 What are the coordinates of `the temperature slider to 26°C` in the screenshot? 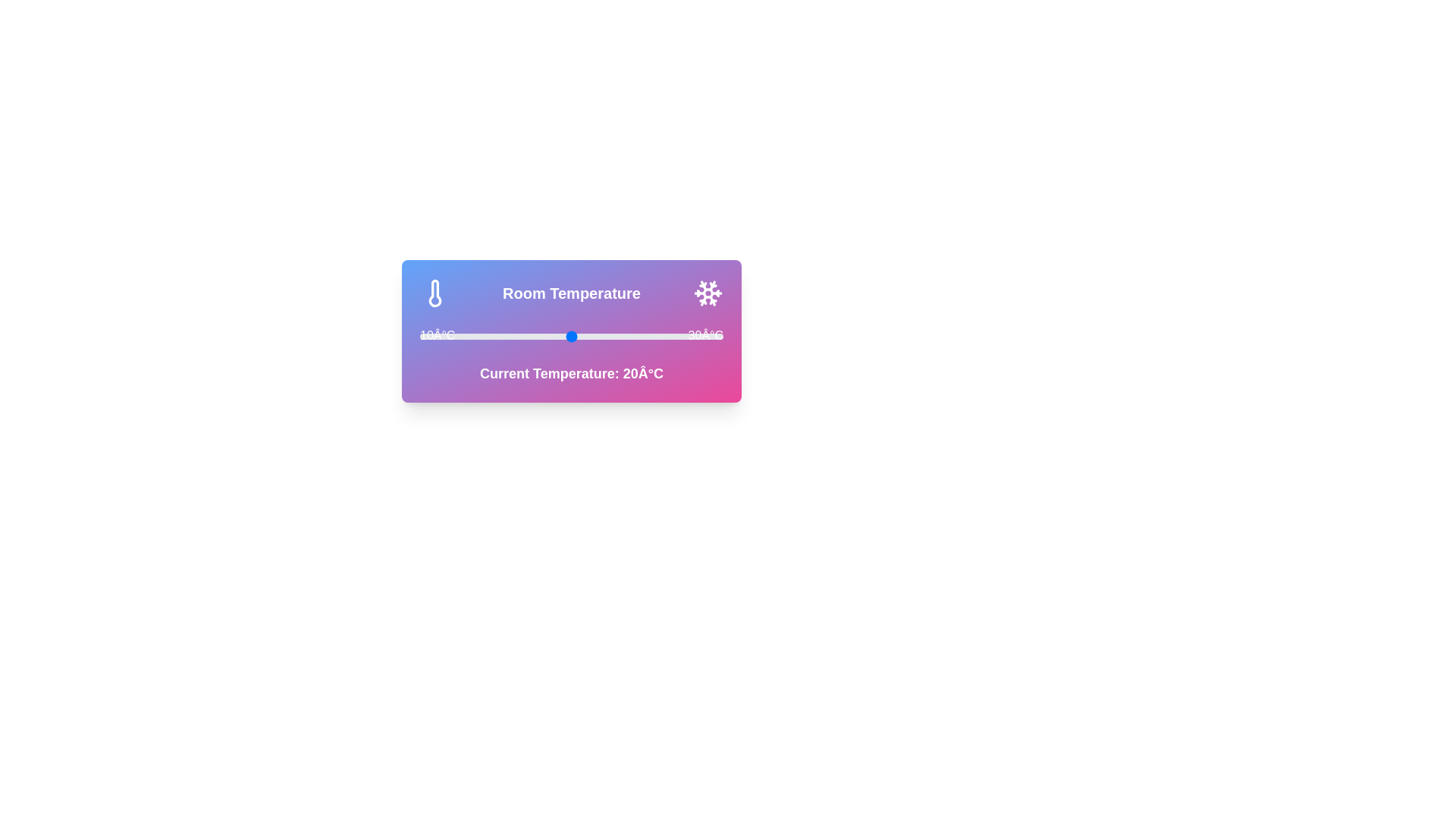 It's located at (662, 335).